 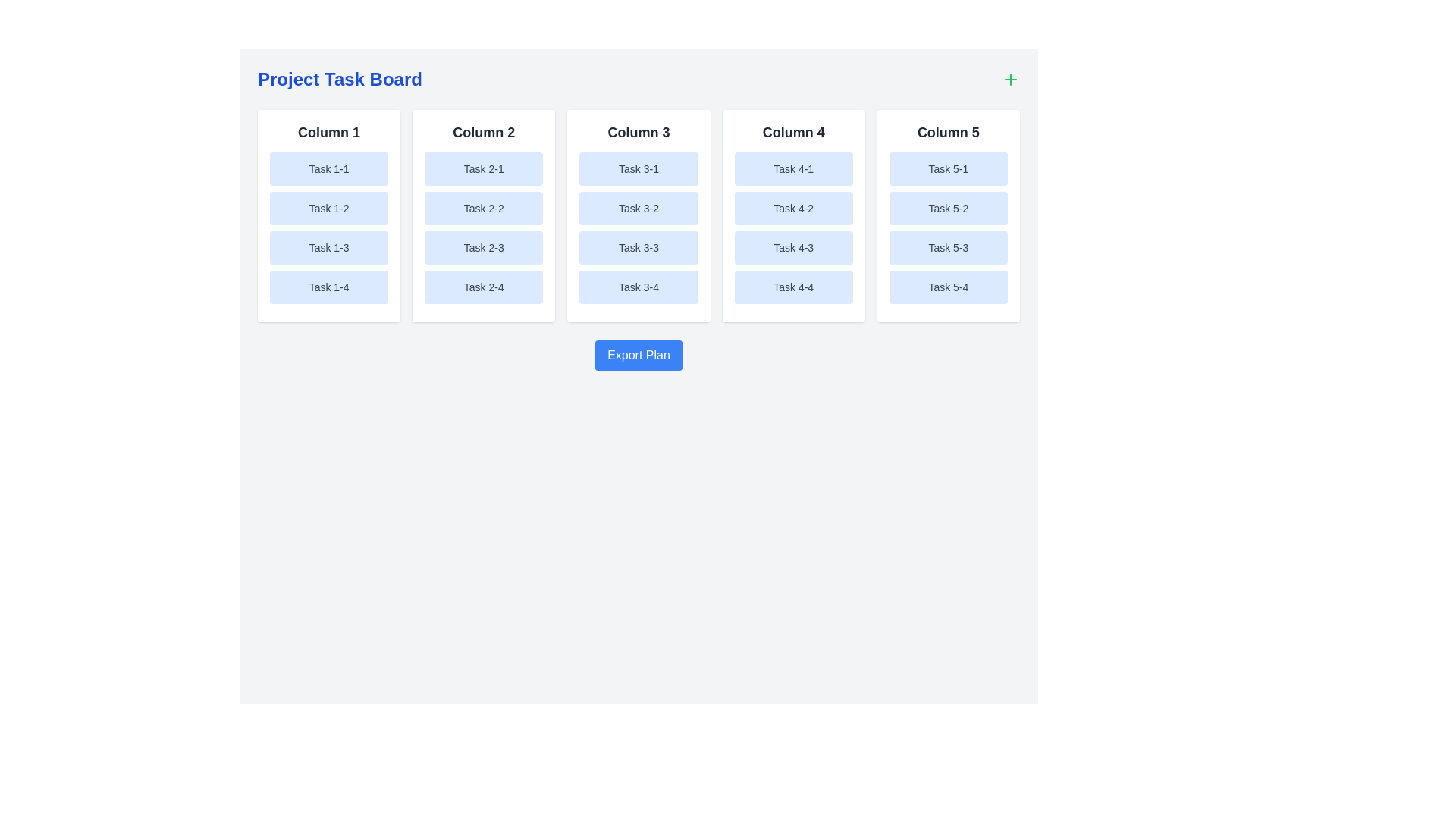 What do you see at coordinates (639, 356) in the screenshot?
I see `'Export Plan' button to export the project plan` at bounding box center [639, 356].